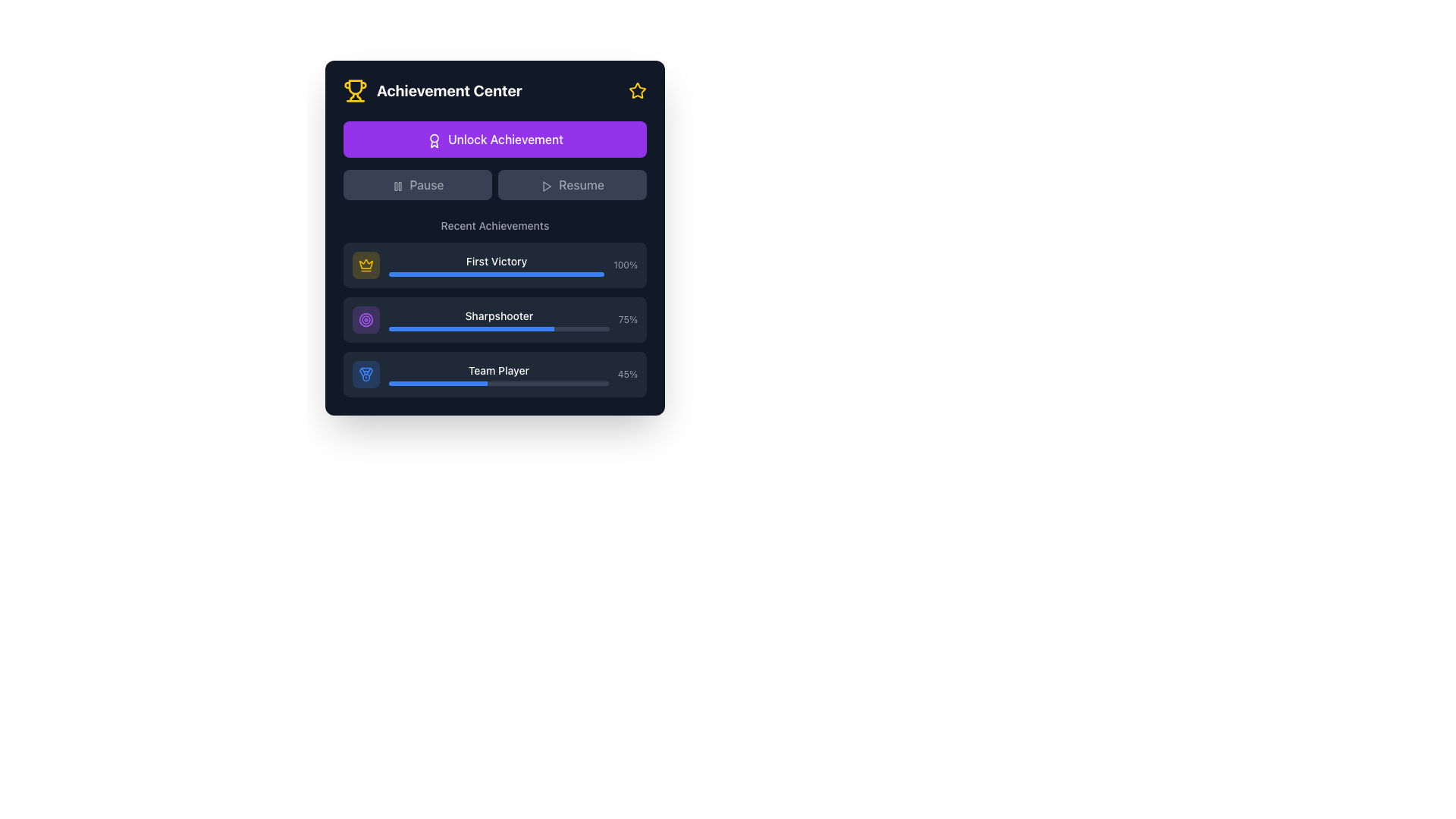 The width and height of the screenshot is (1456, 819). Describe the element at coordinates (366, 374) in the screenshot. I see `the 'Team Player' achievement icon, which is the leftmost icon in a horizontally aligned list of three achievement icons located at the bottom of the panel` at that location.